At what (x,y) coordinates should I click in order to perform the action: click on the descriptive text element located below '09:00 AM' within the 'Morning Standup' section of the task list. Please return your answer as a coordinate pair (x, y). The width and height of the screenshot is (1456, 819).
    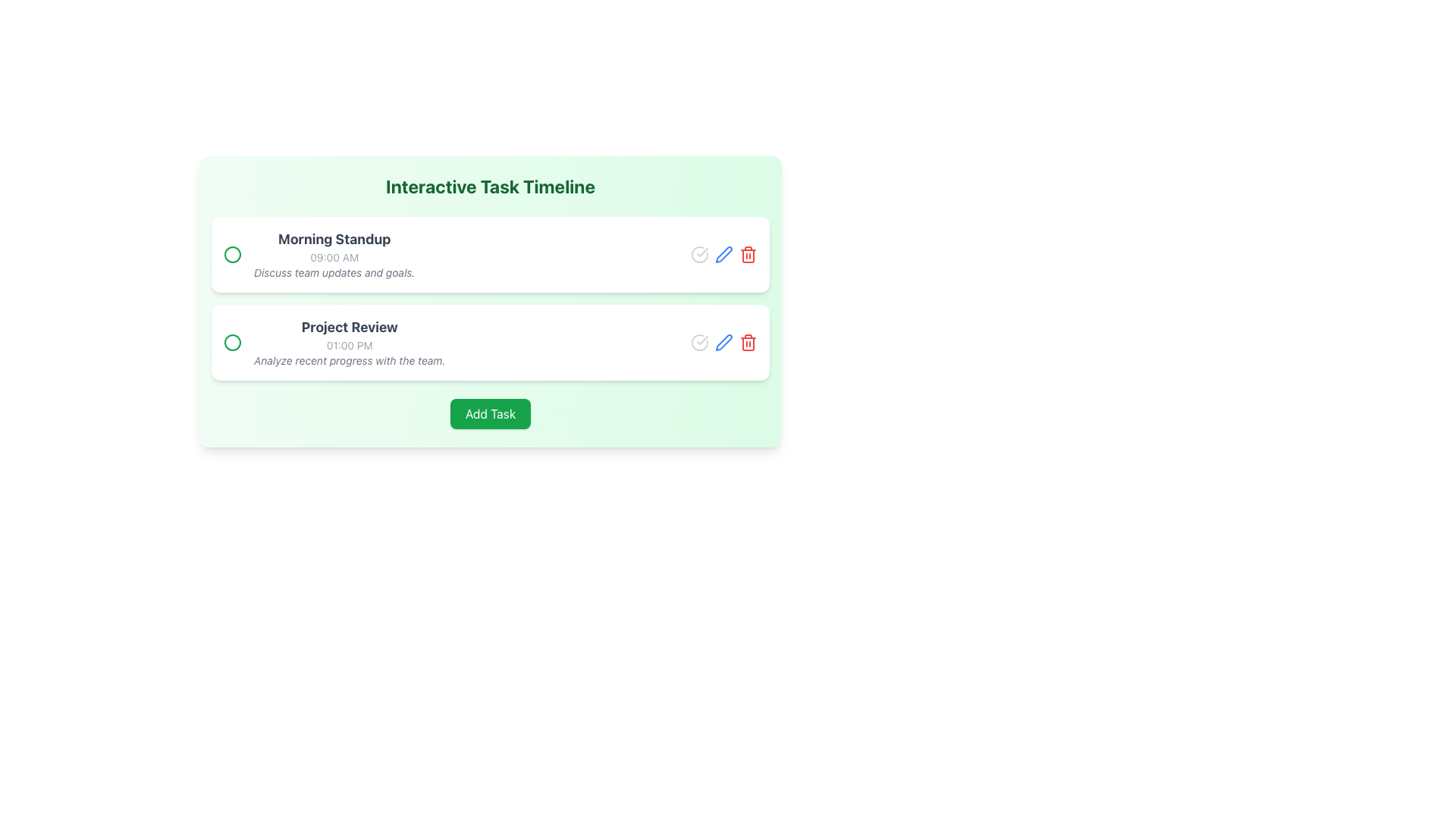
    Looking at the image, I should click on (334, 271).